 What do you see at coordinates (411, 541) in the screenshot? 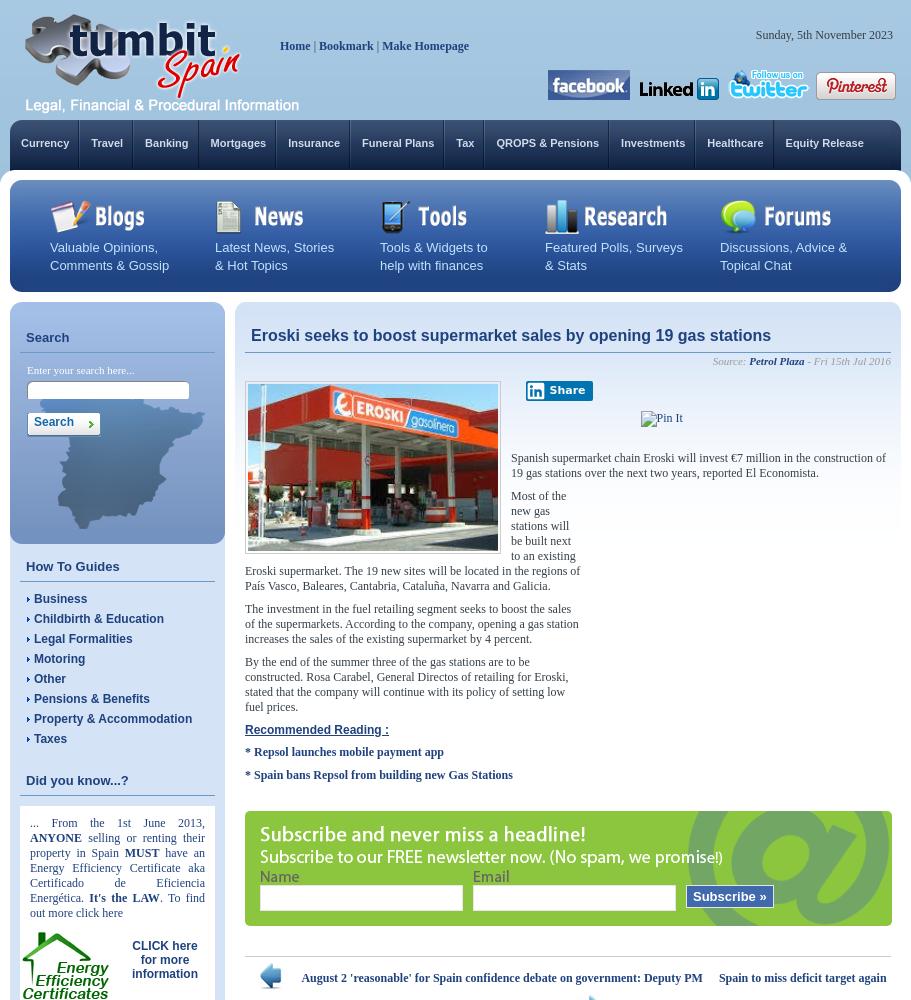
I see `'Most of the new gas stations will be built next to an existing Eroski supermarket. The 19 new sites will be located in the regions of País Vasco, Baleares, Cantabria, Cataluña, Navarra and Galicia.'` at bounding box center [411, 541].